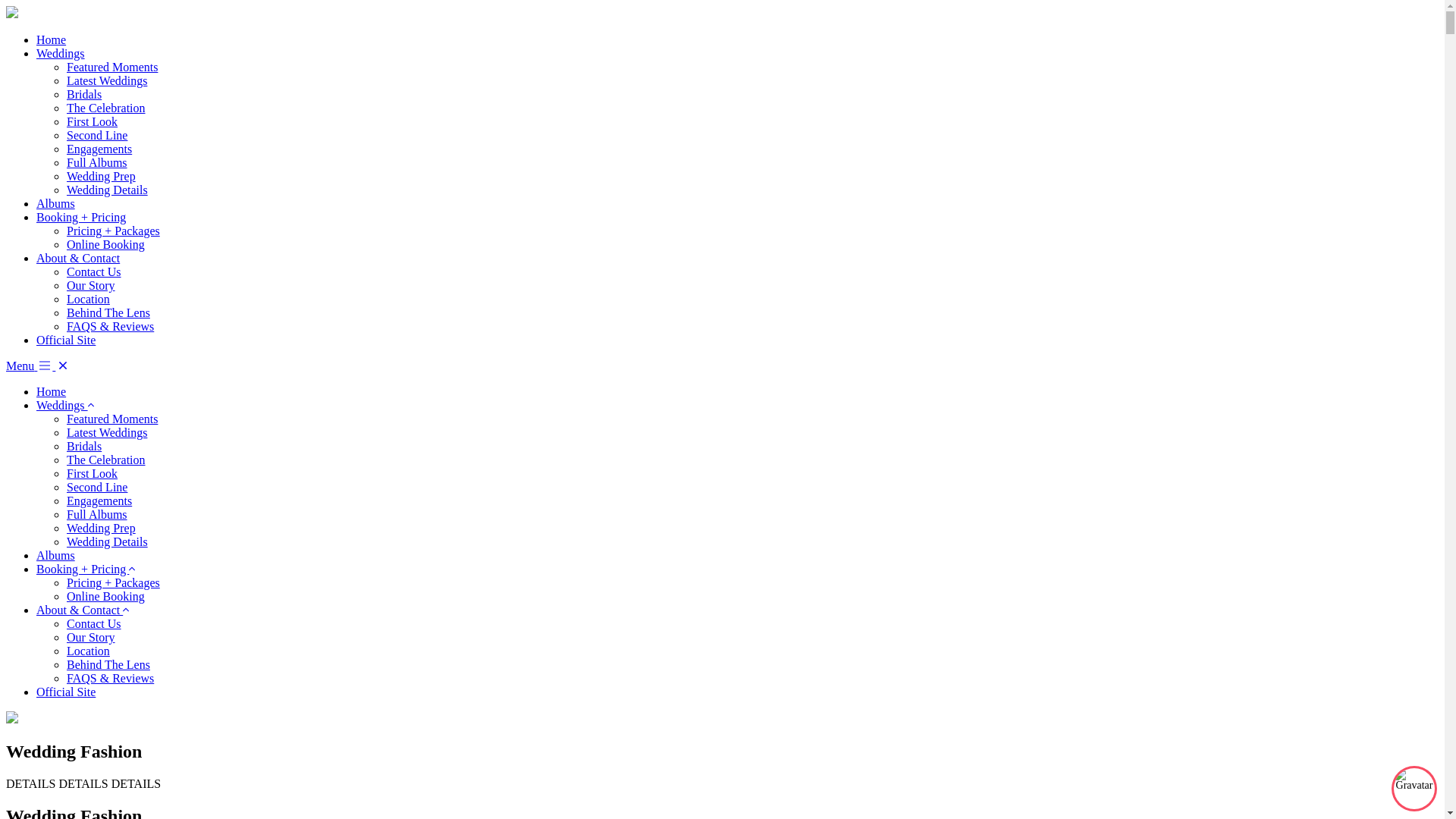  Describe the element at coordinates (106, 541) in the screenshot. I see `'Wedding Details'` at that location.